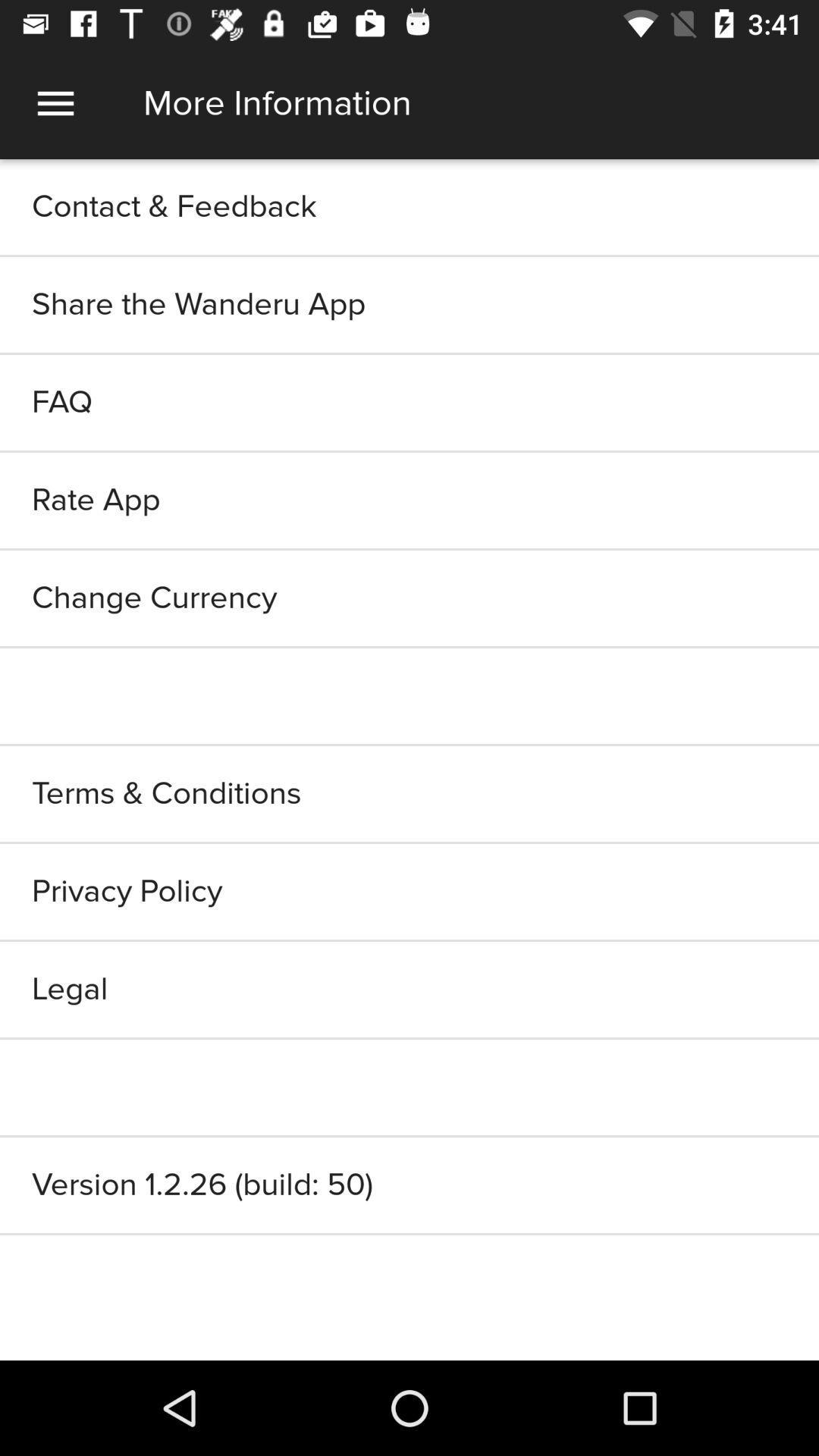 The width and height of the screenshot is (819, 1456). I want to click on the icon below the privacy policy item, so click(409, 990).